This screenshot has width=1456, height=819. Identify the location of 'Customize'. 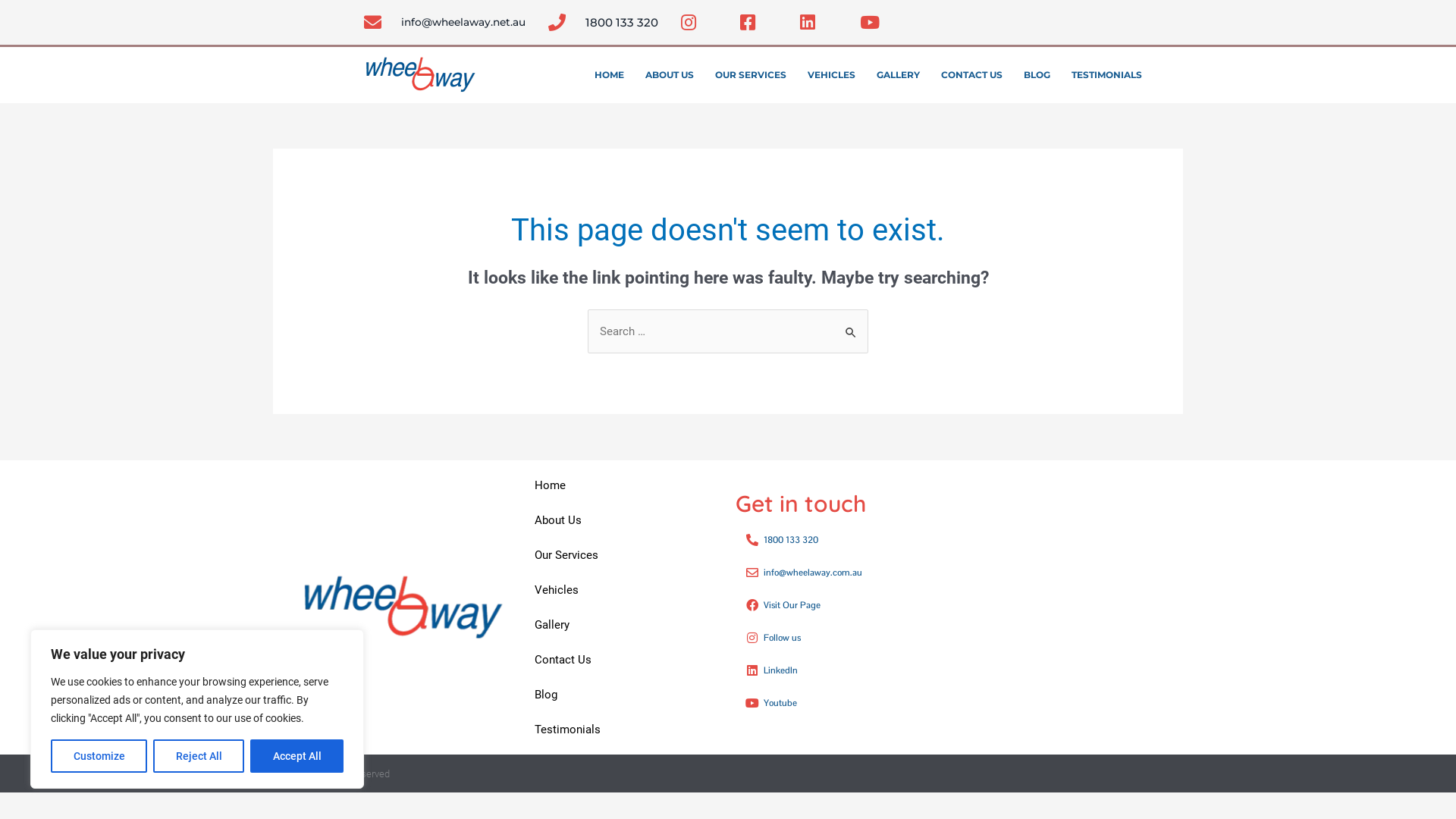
(98, 755).